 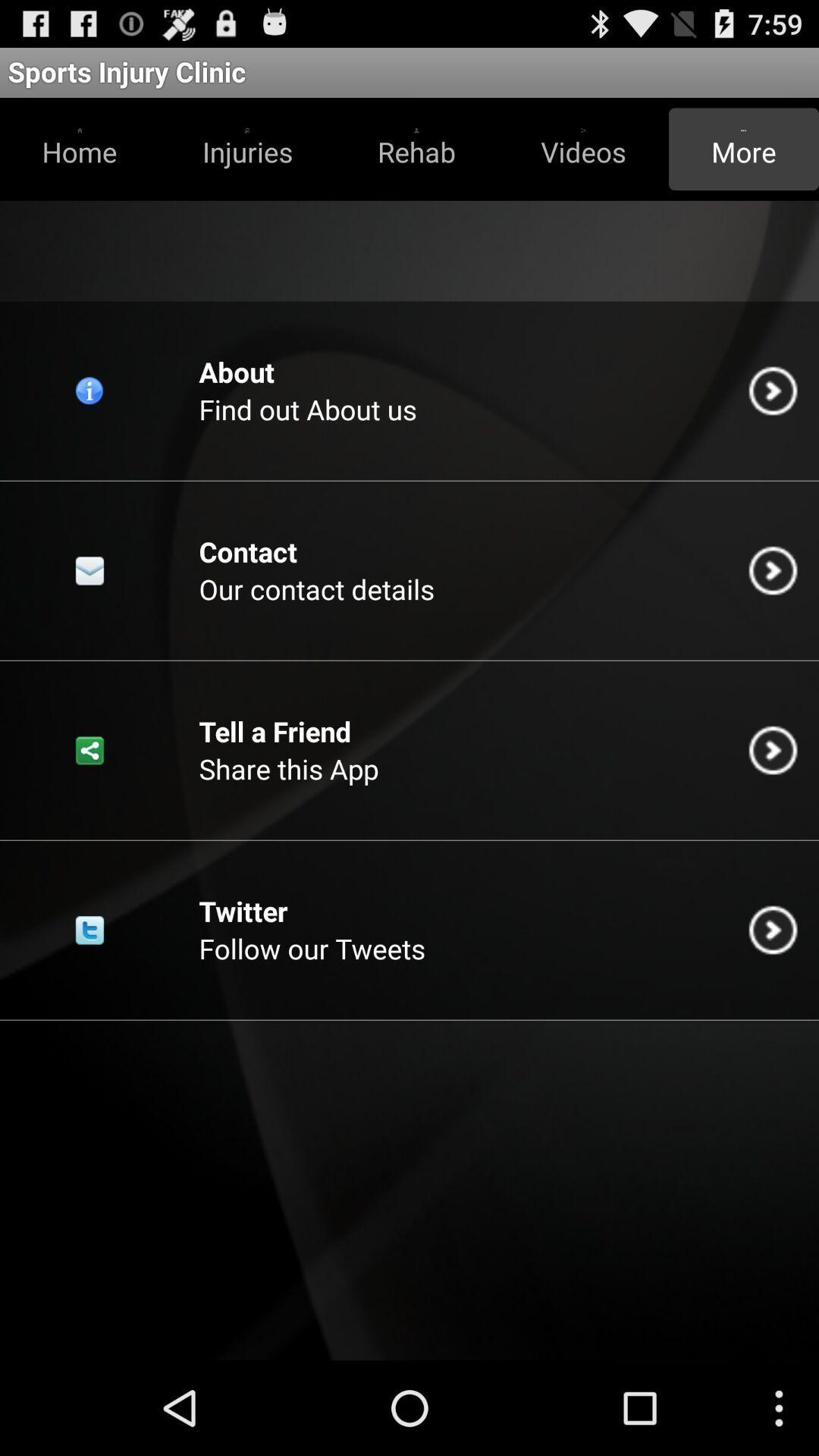 What do you see at coordinates (275, 731) in the screenshot?
I see `tell a friend app` at bounding box center [275, 731].